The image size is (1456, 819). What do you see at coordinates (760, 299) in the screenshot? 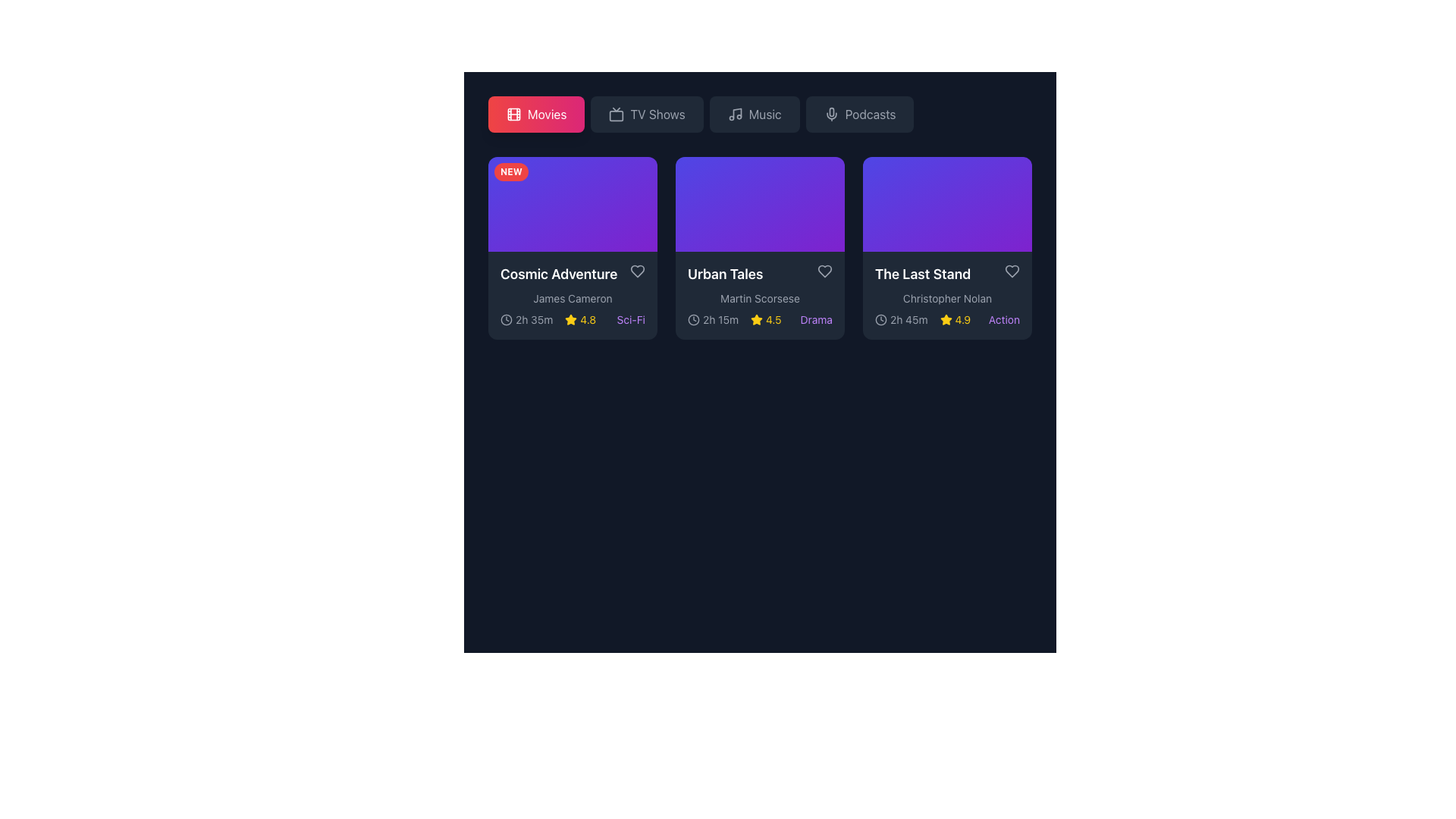
I see `the text label styled in a small, gray font that reads 'Martin Scorsese', positioned below the 'Urban Tales' title` at bounding box center [760, 299].